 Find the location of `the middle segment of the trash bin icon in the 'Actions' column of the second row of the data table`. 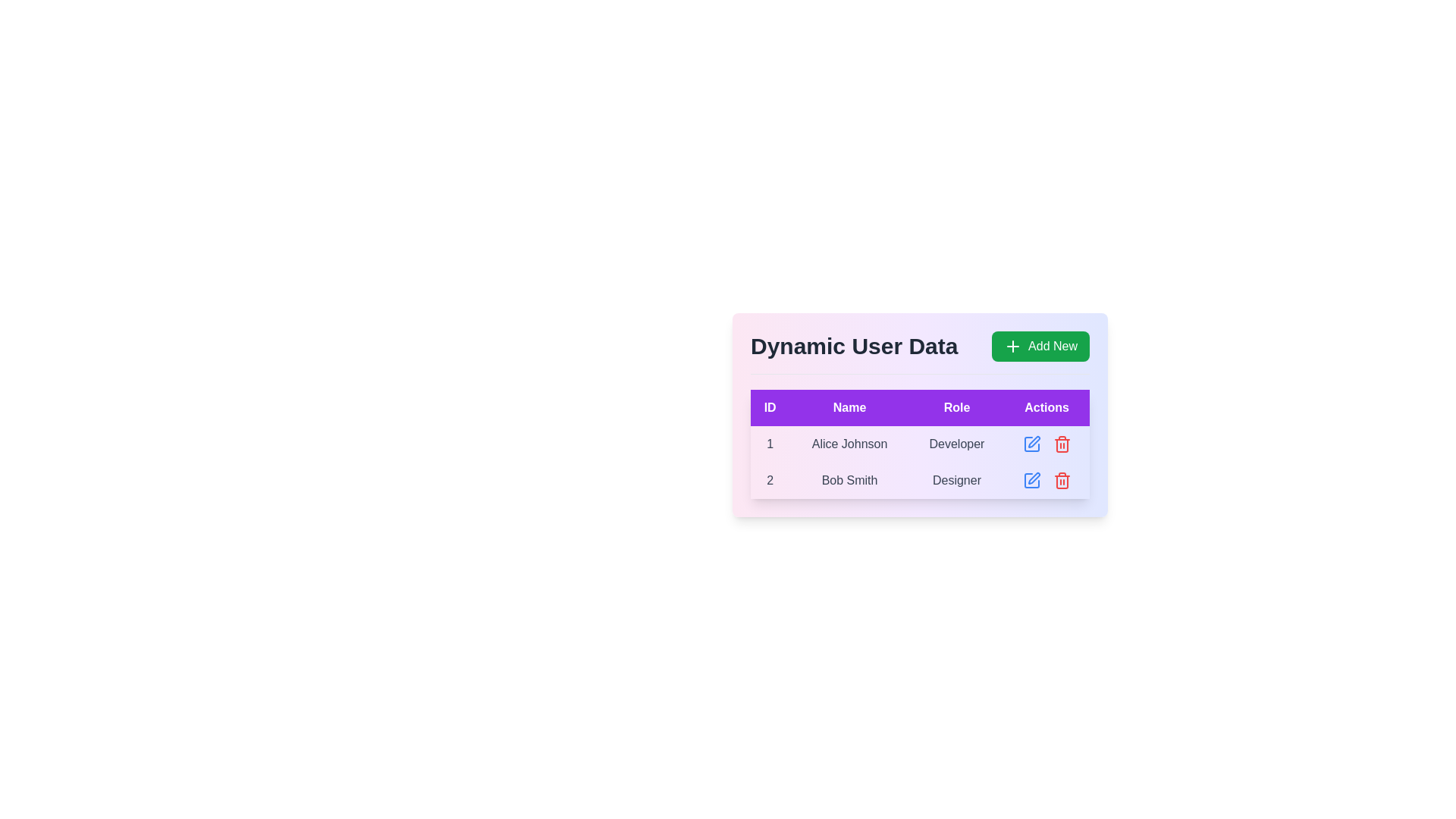

the middle segment of the trash bin icon in the 'Actions' column of the second row of the data table is located at coordinates (1061, 482).